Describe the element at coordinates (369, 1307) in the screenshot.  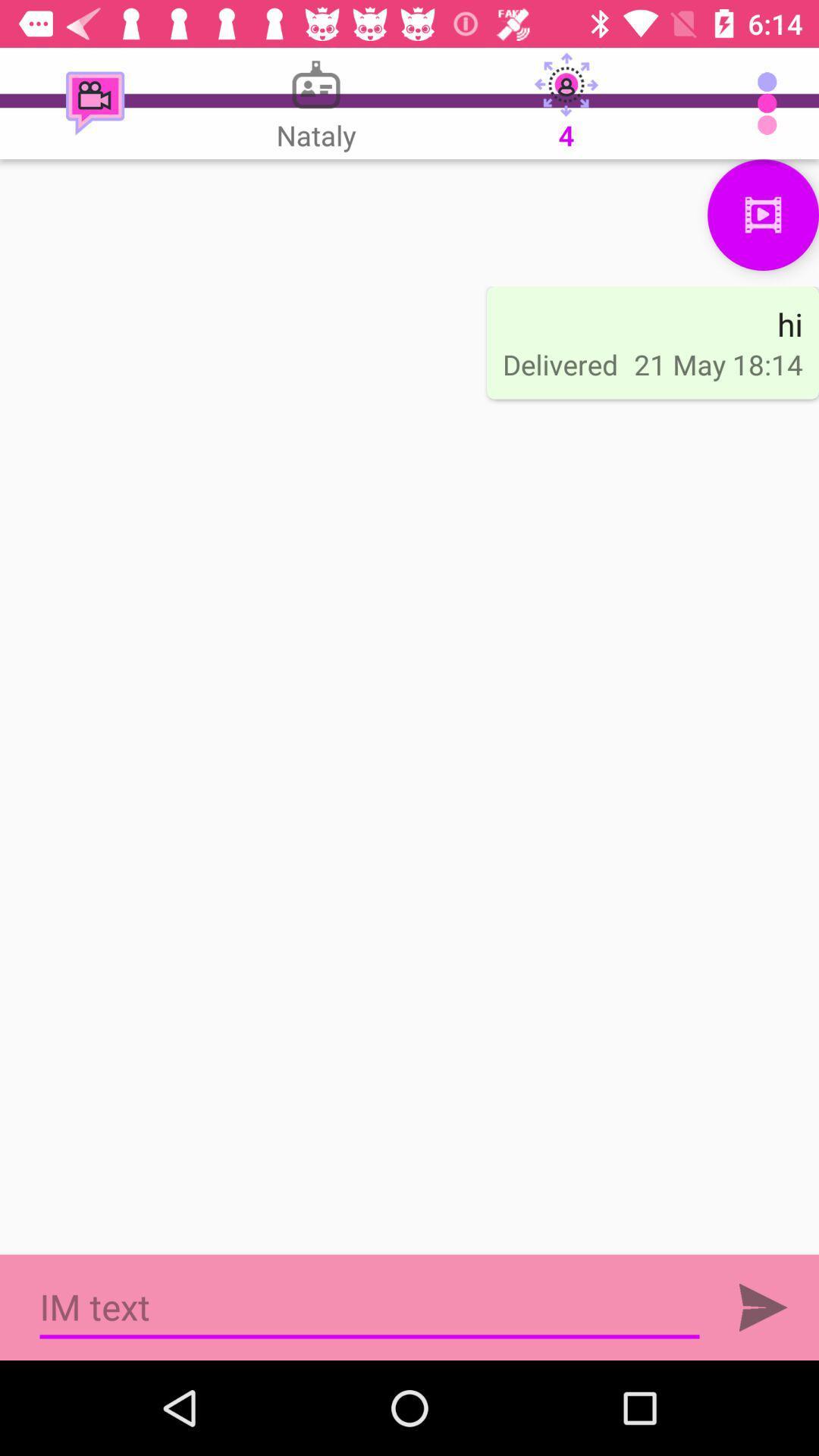
I see `write im text` at that location.